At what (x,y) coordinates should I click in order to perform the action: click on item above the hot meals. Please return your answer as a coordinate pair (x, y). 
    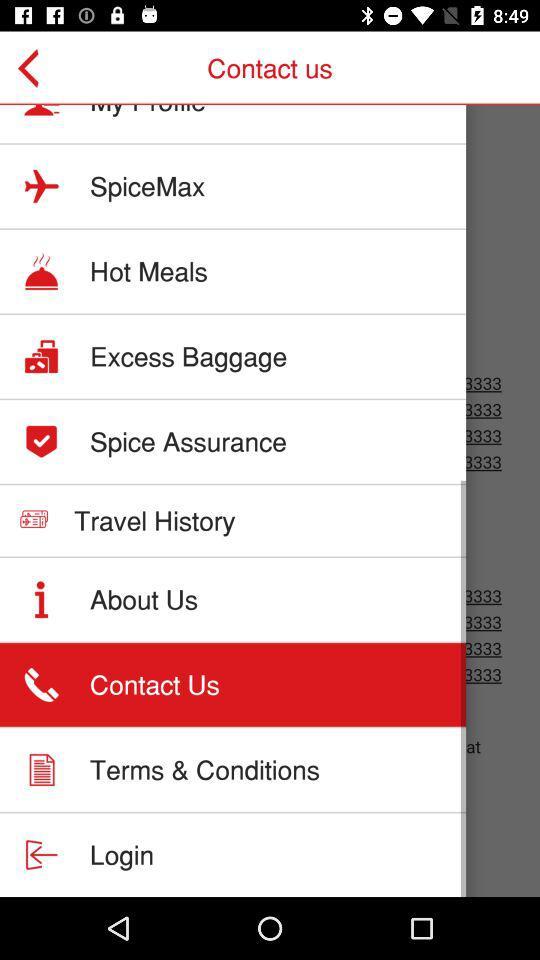
    Looking at the image, I should click on (146, 186).